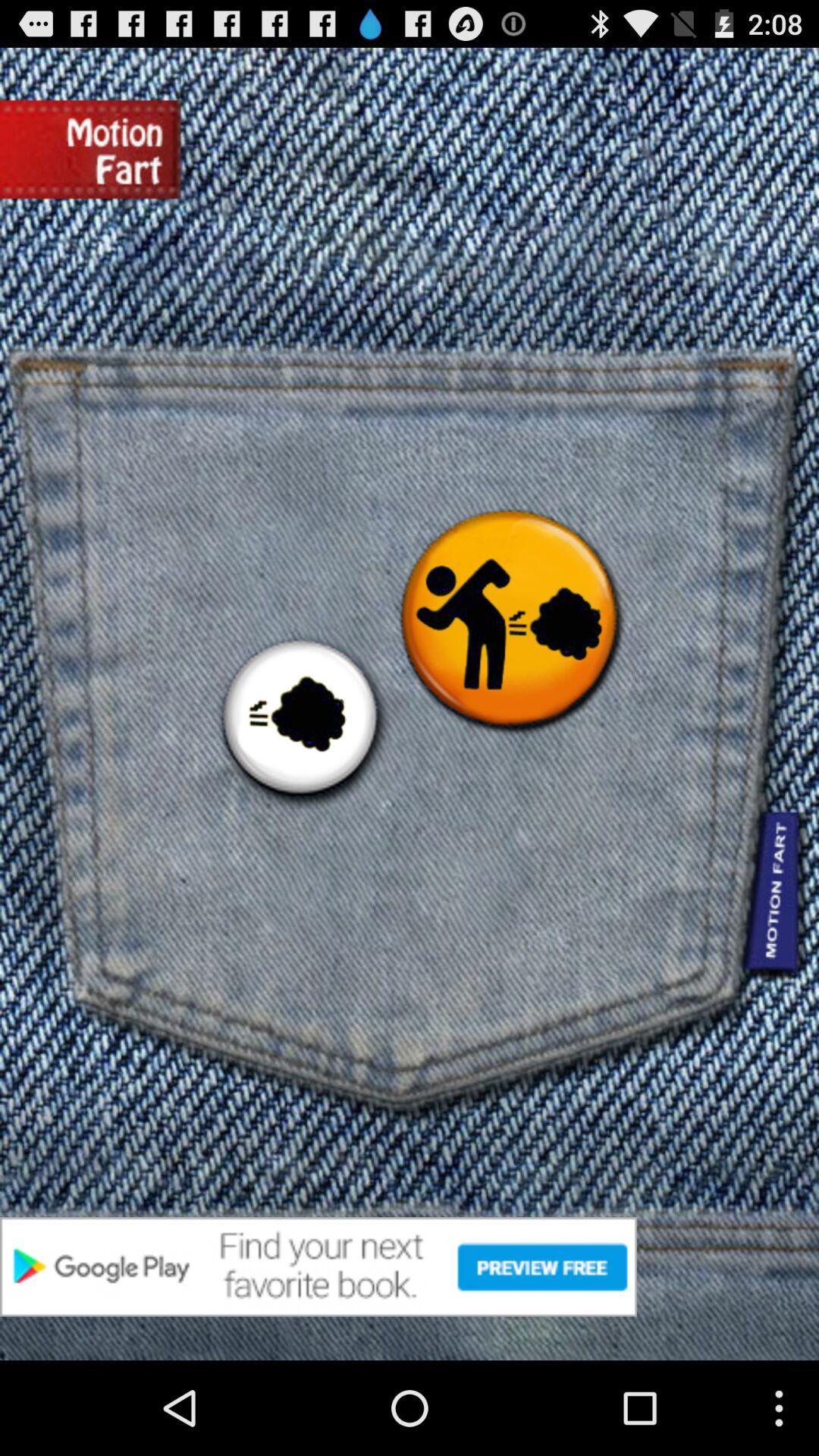 The width and height of the screenshot is (819, 1456). Describe the element at coordinates (300, 719) in the screenshot. I see `sound 1` at that location.